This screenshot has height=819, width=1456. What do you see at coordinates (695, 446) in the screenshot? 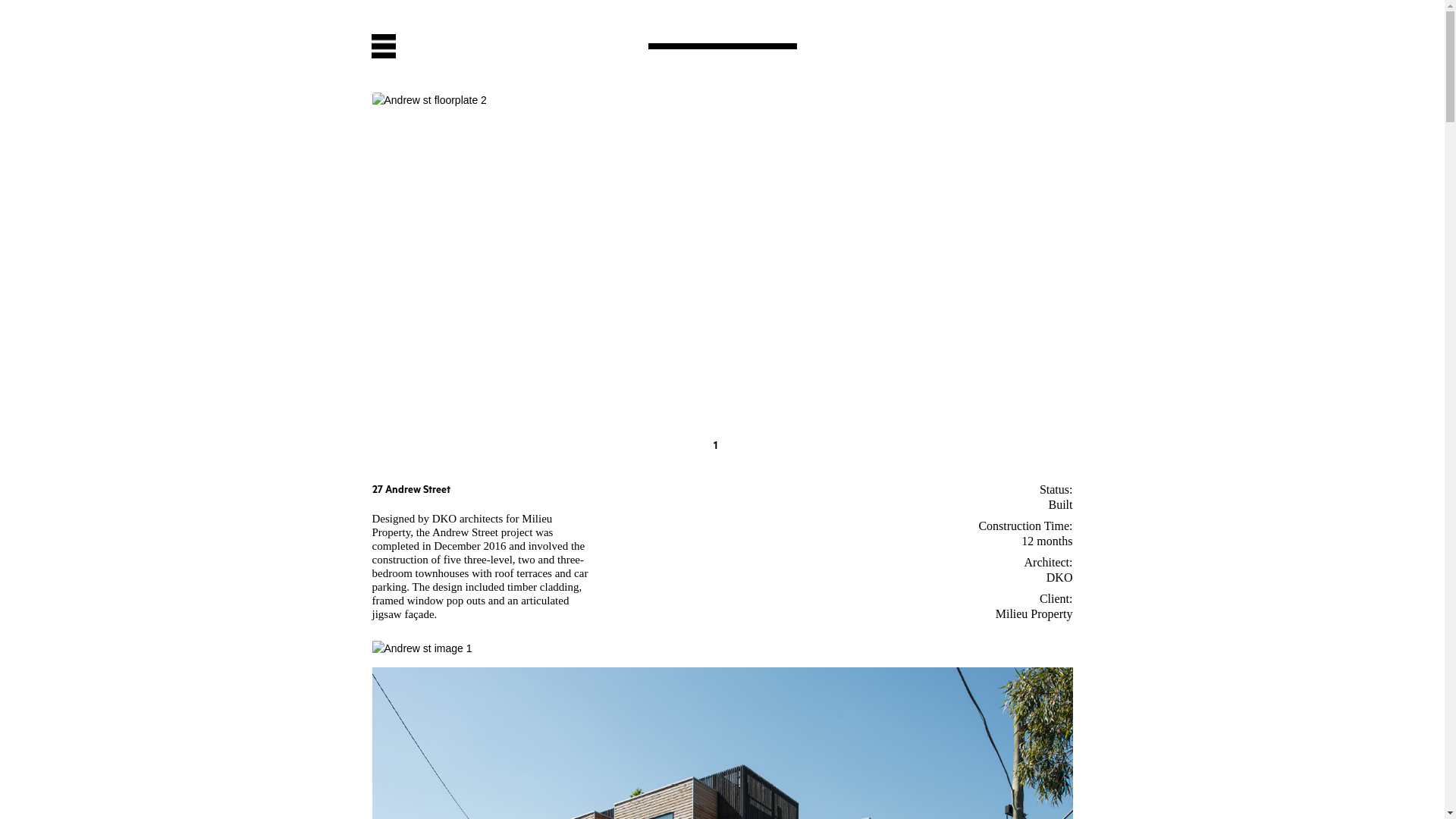
I see `'G'` at bounding box center [695, 446].